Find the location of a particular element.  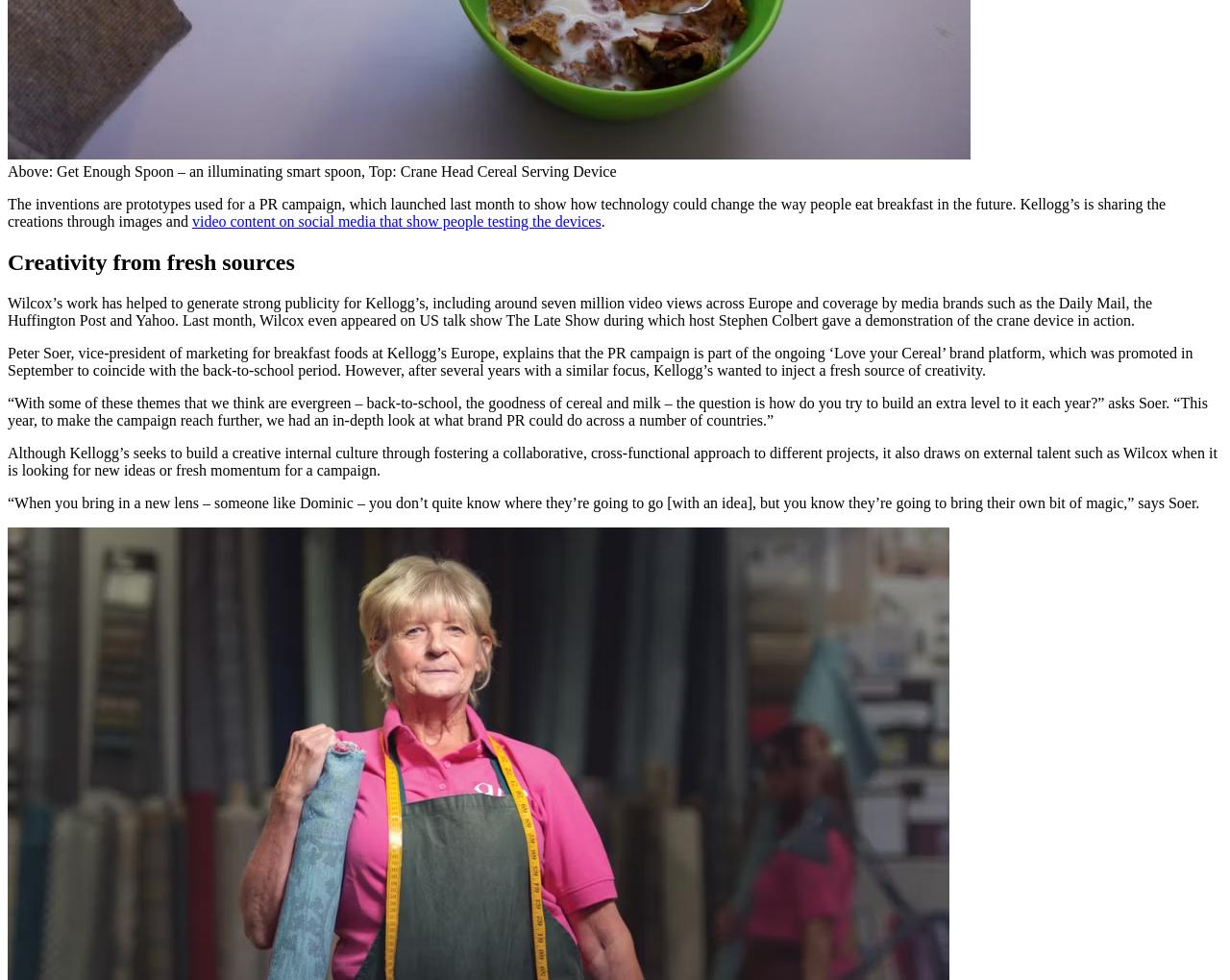

'“When you bring in a new lens – someone like Dominic – you don’t quite know where they’re going to go [with an idea], but you know they’re going to bring their own bit of magic,” says Soer.' is located at coordinates (602, 501).